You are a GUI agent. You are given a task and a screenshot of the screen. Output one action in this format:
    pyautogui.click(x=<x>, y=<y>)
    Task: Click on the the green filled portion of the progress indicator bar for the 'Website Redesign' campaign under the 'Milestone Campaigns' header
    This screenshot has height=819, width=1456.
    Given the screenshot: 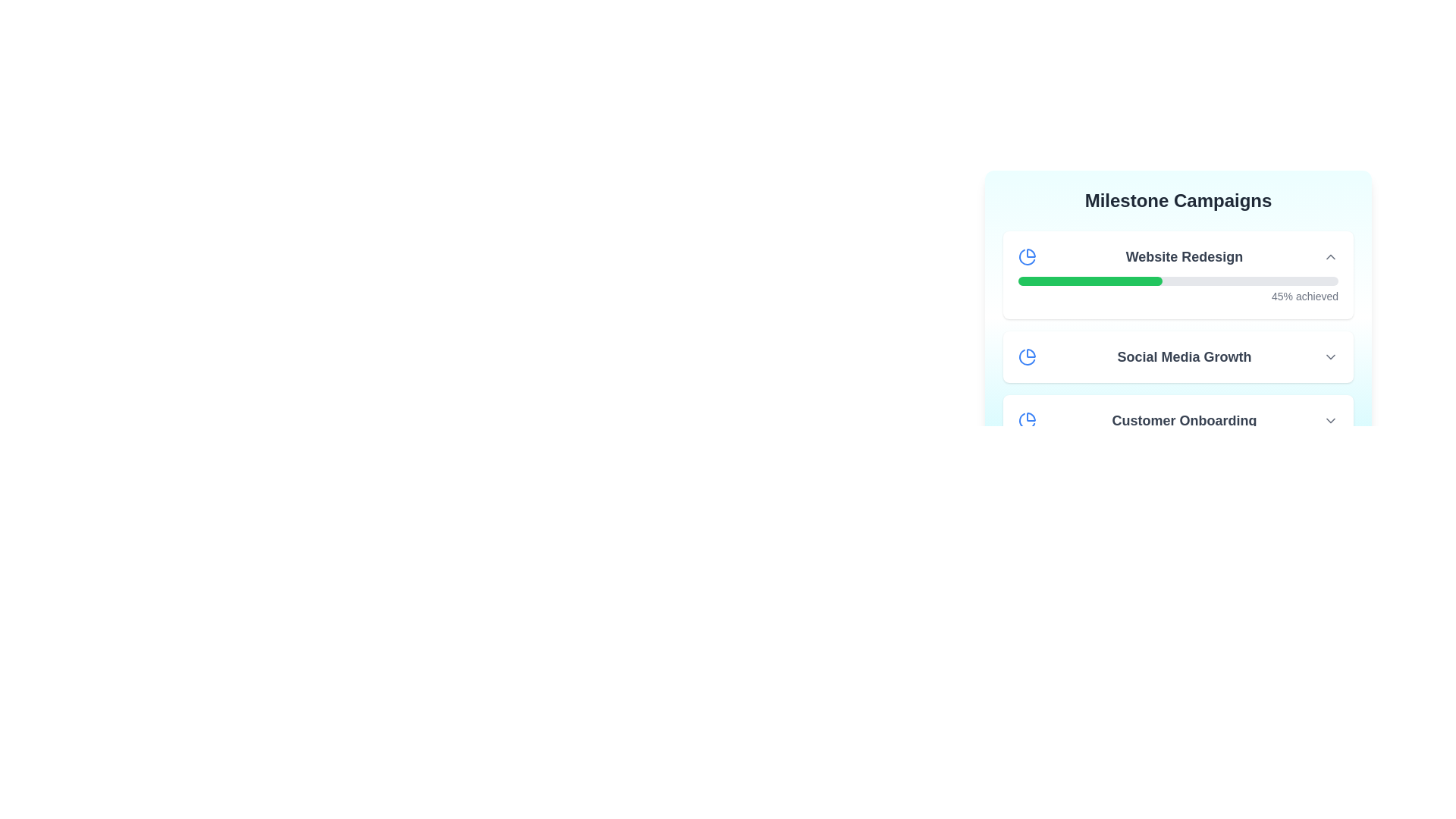 What is the action you would take?
    pyautogui.click(x=1089, y=281)
    